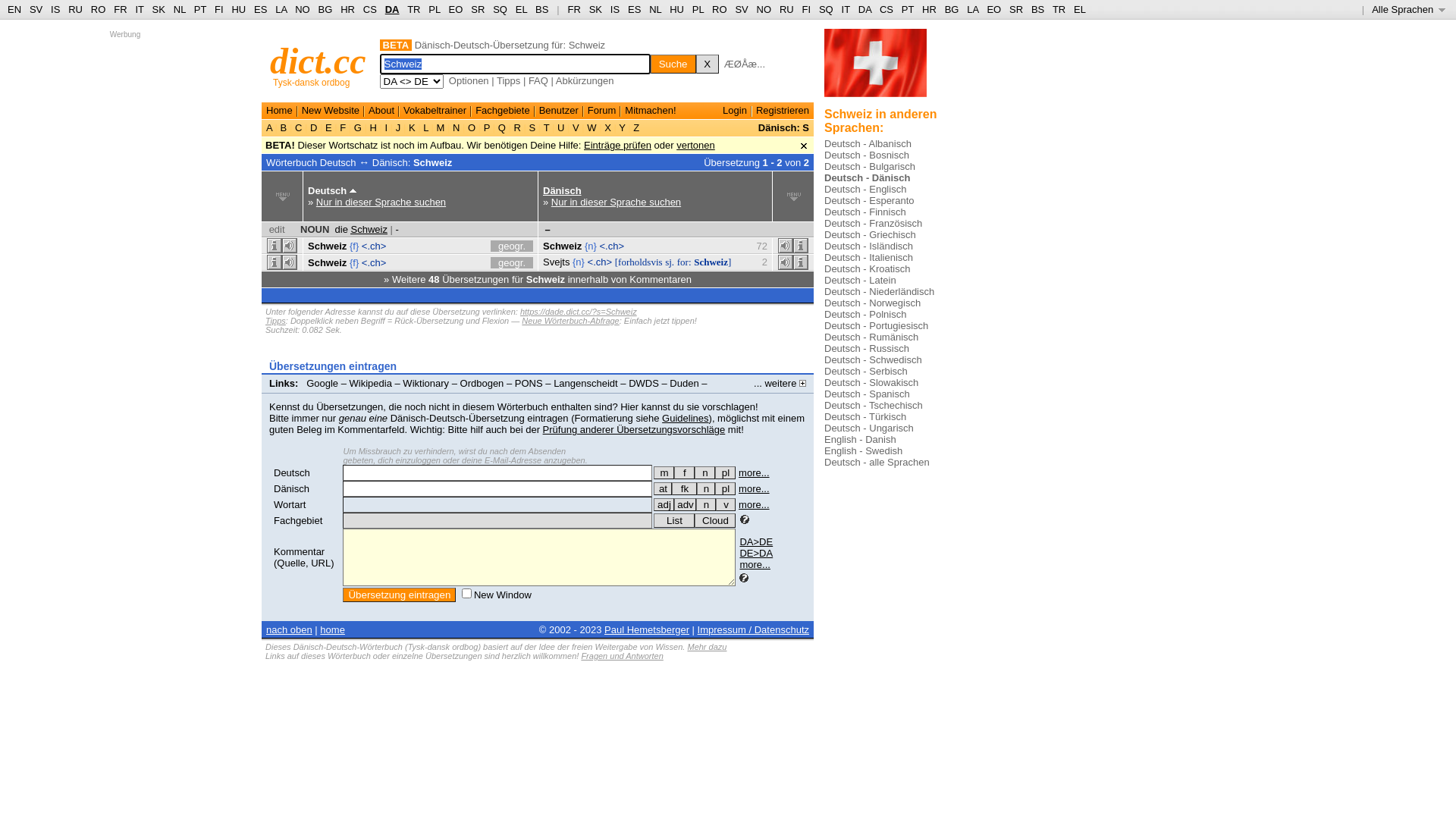 The width and height of the screenshot is (1456, 819). I want to click on 'Alle Sprachen ', so click(1407, 9).